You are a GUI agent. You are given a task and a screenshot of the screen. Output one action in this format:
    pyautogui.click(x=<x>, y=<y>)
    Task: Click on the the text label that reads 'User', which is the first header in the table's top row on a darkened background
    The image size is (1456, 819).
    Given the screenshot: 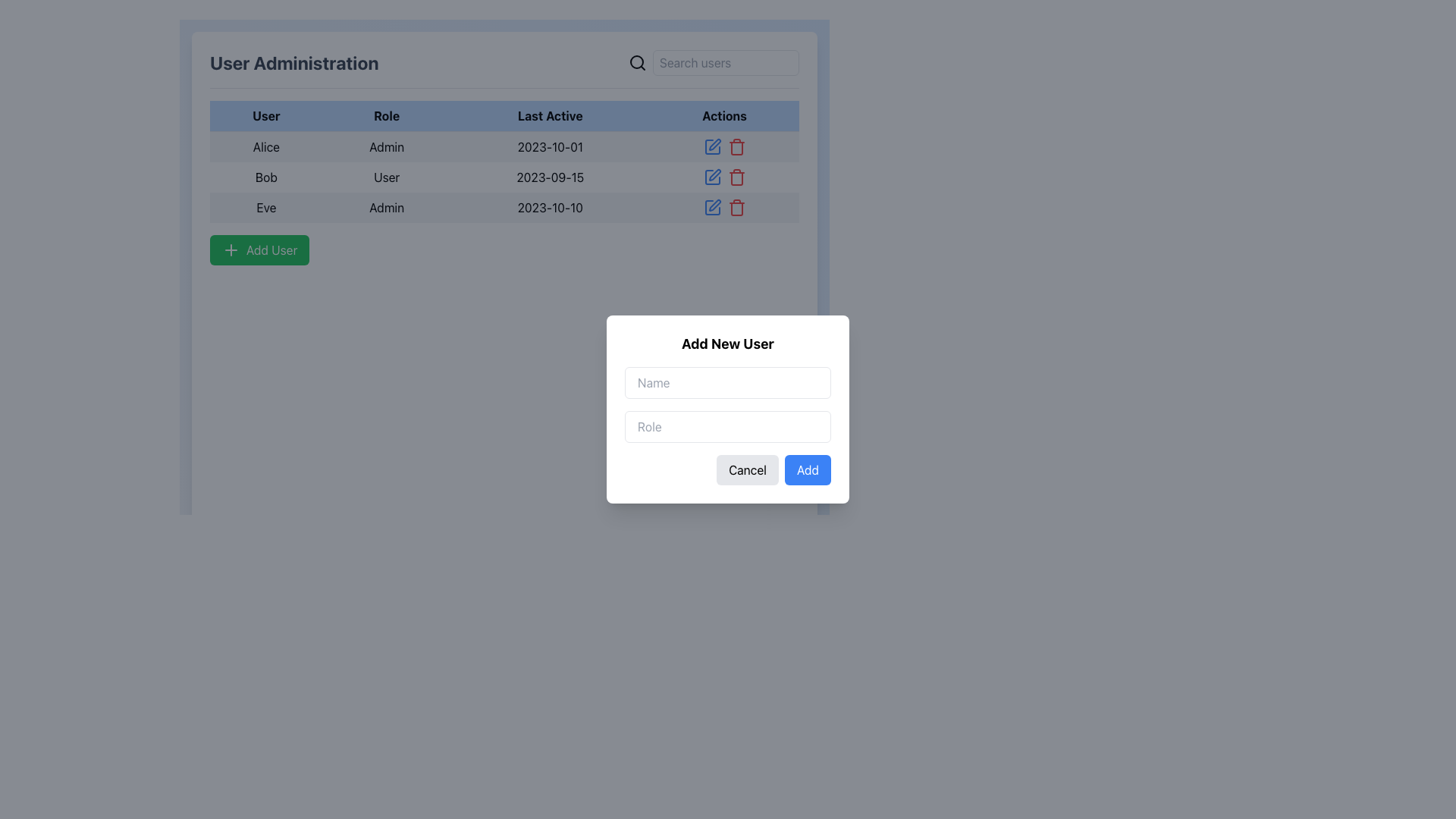 What is the action you would take?
    pyautogui.click(x=266, y=115)
    